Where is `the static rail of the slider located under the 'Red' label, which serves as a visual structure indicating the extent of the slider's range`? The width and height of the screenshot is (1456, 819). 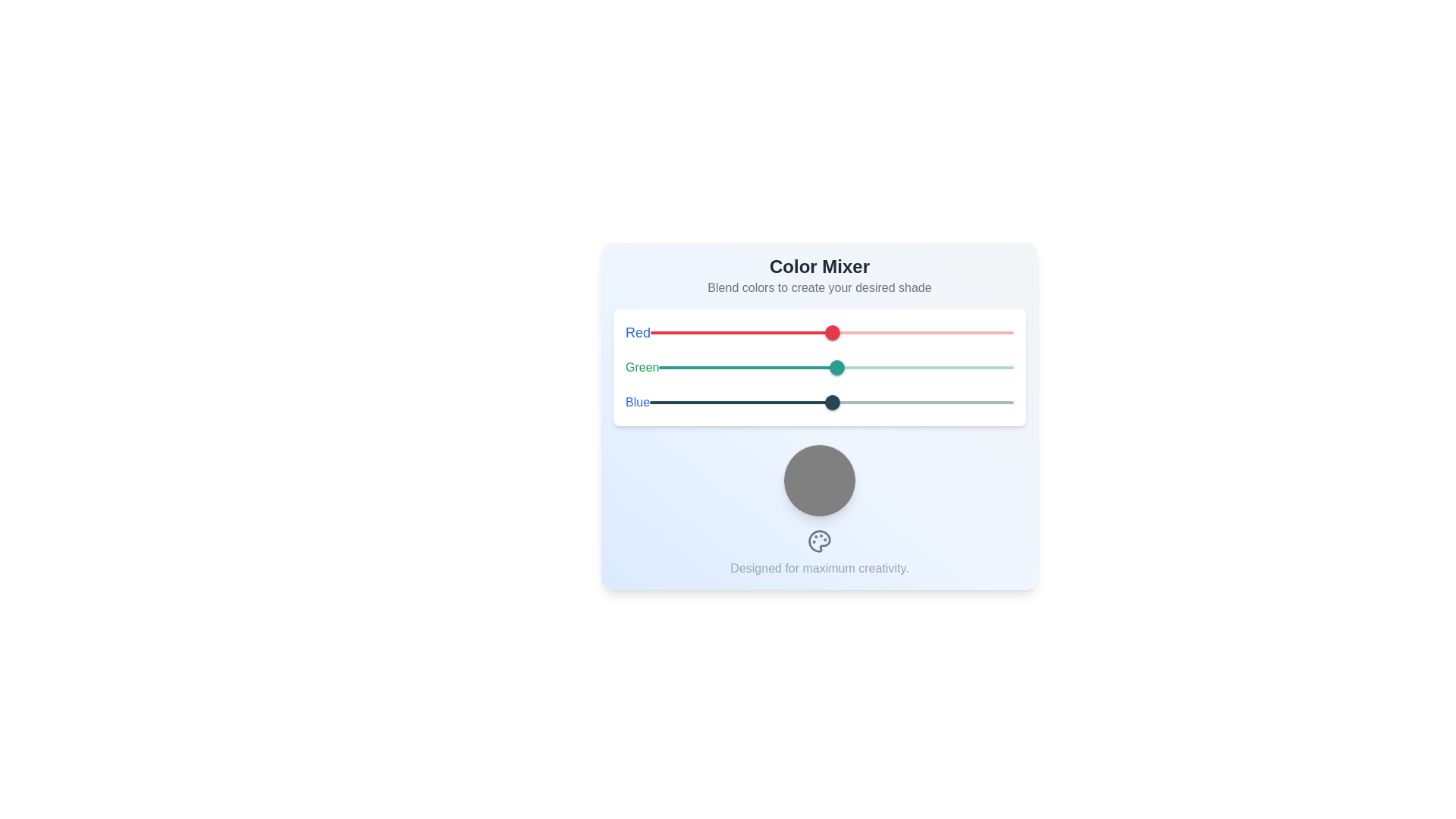
the static rail of the slider located under the 'Red' label, which serves as a visual structure indicating the extent of the slider's range is located at coordinates (831, 332).